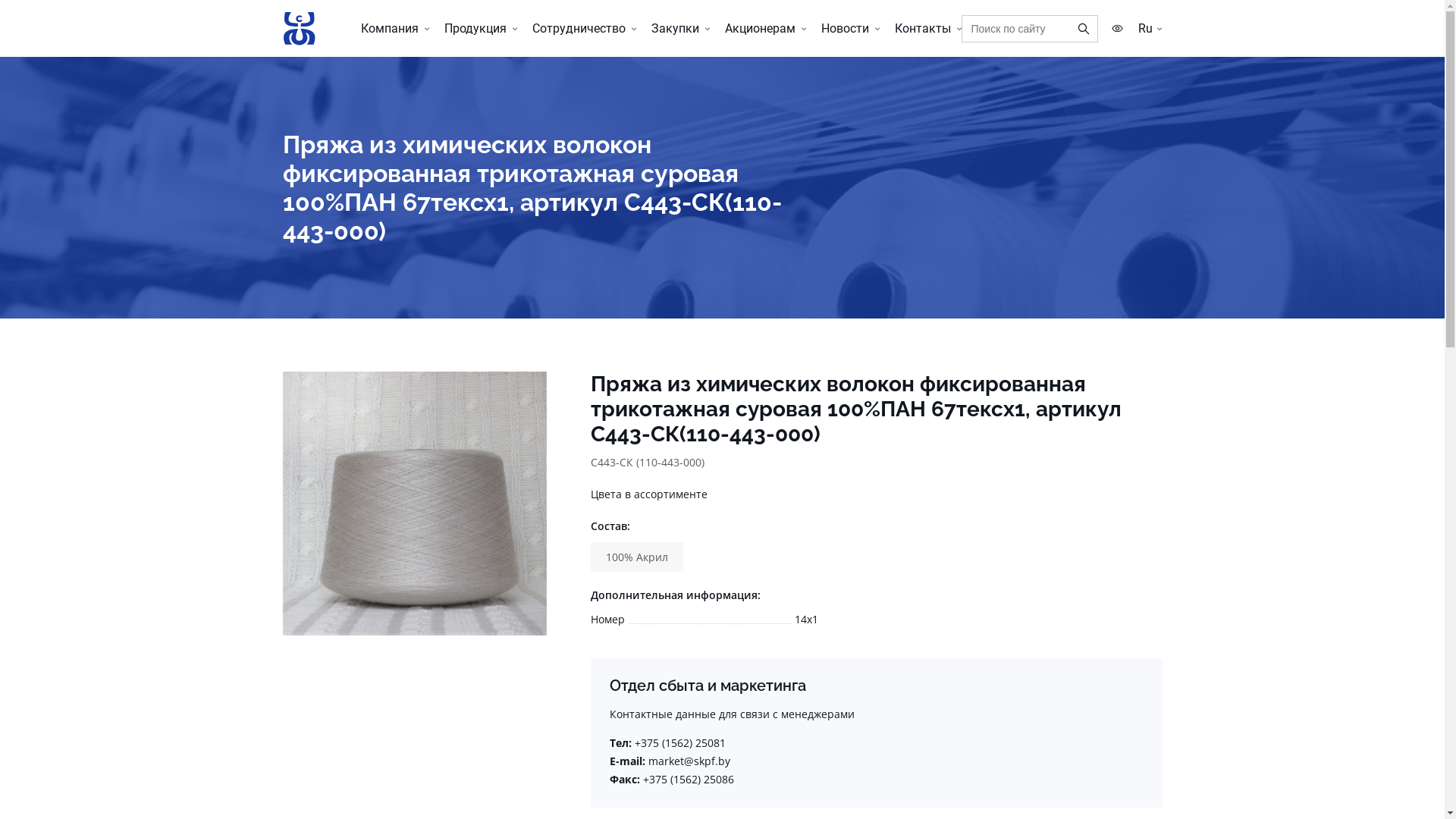 The height and width of the screenshot is (819, 1456). What do you see at coordinates (643, 779) in the screenshot?
I see `'+375 (1562) 25086'` at bounding box center [643, 779].